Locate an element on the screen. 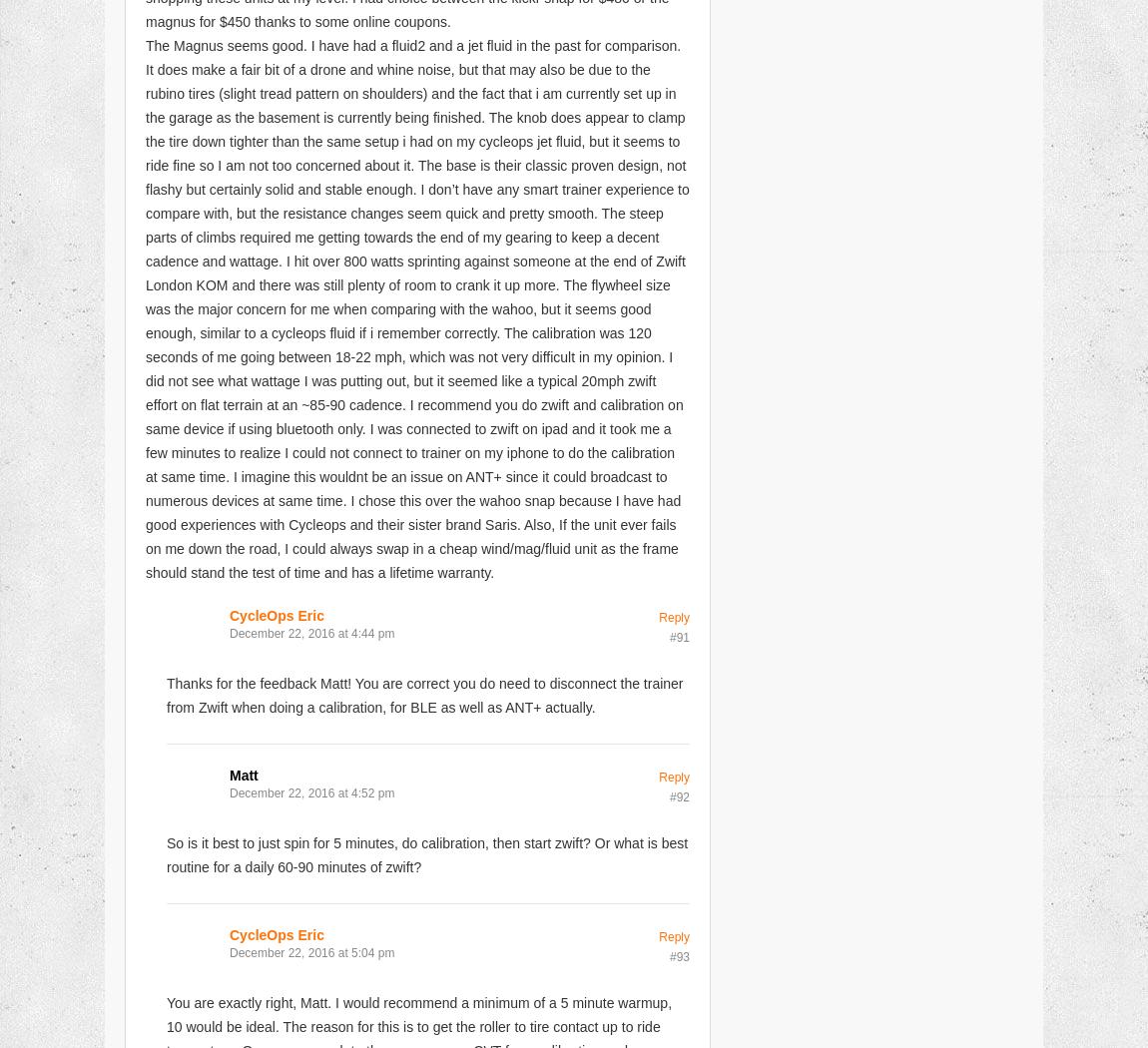 This screenshot has width=1148, height=1048. 'December 22, 2016 at 4:52 pm' is located at coordinates (229, 791).